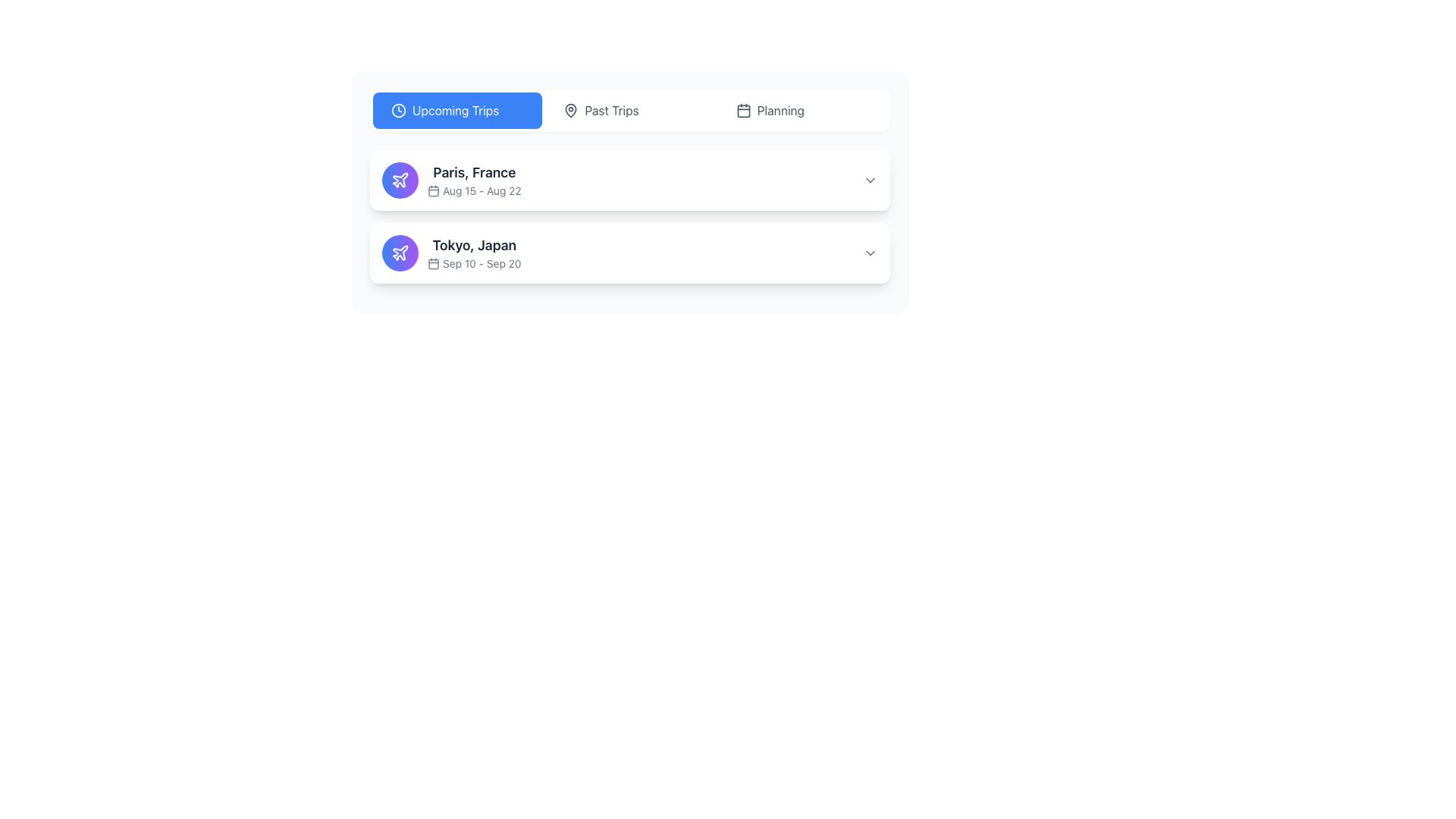  Describe the element at coordinates (629, 110) in the screenshot. I see `the 'Past Trips' button, which is the second button in a list of three` at that location.